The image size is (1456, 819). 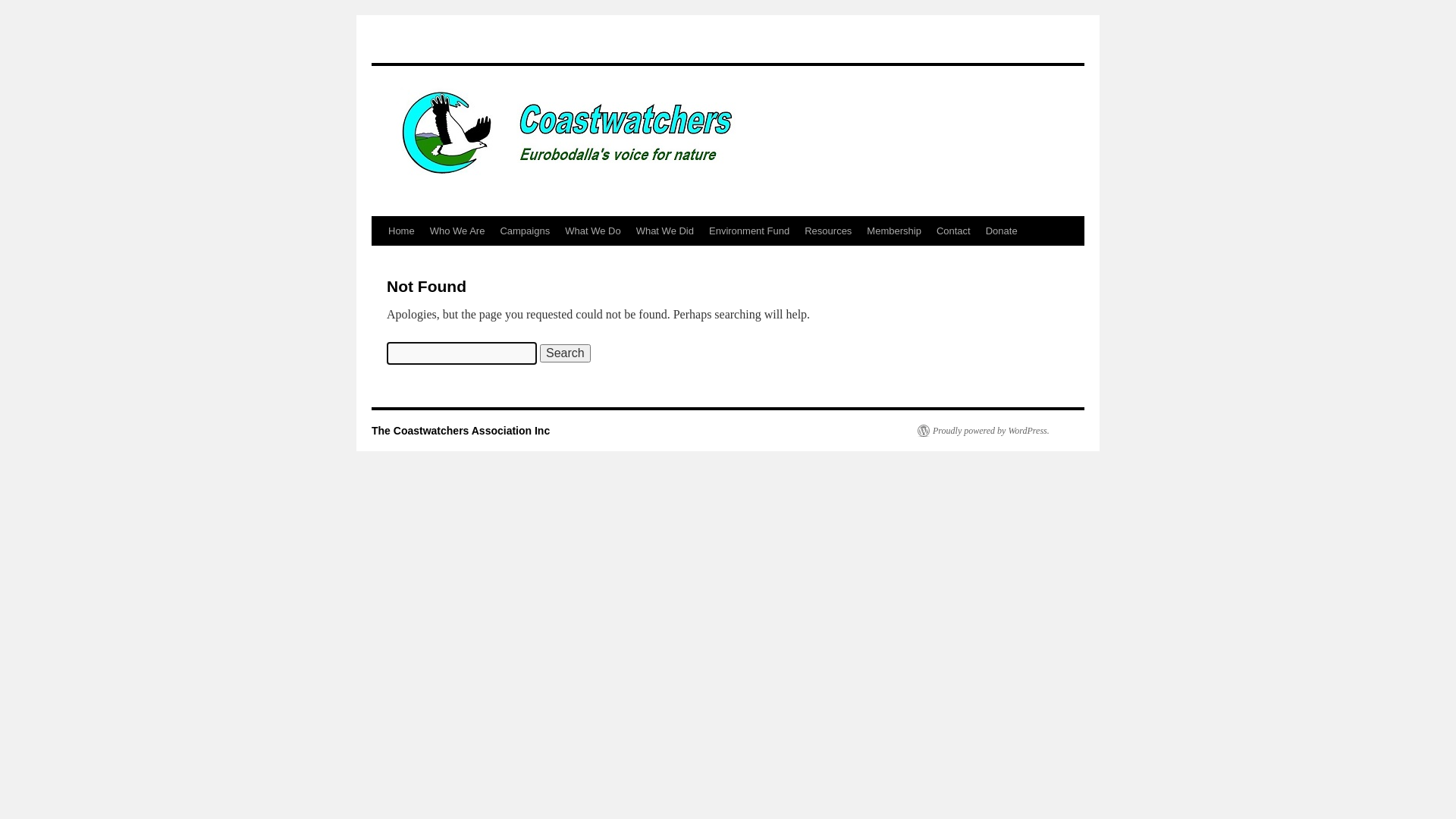 I want to click on 'Environment Fund', so click(x=749, y=231).